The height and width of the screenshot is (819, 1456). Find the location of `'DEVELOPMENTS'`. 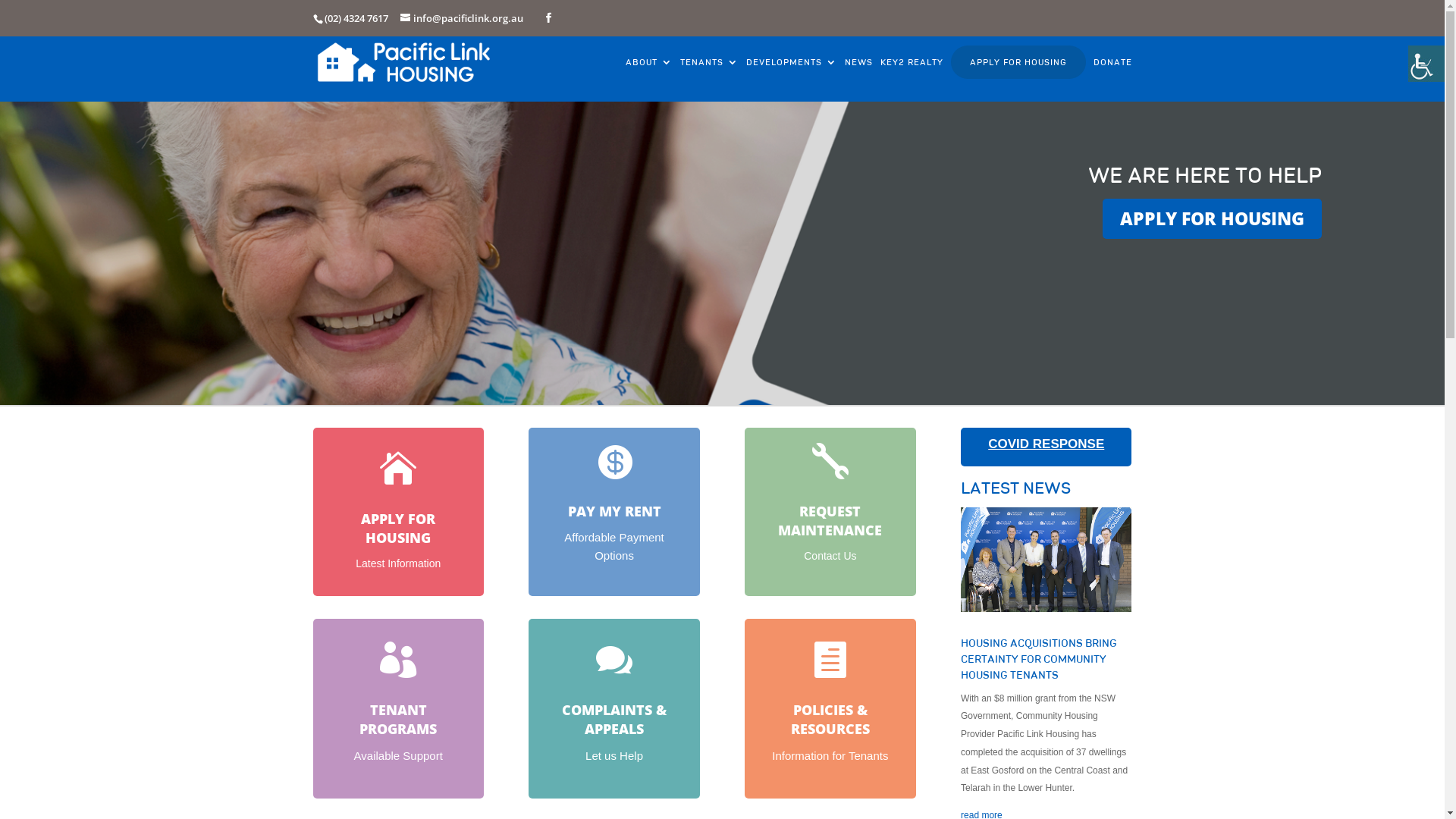

'DEVELOPMENTS' is located at coordinates (745, 79).